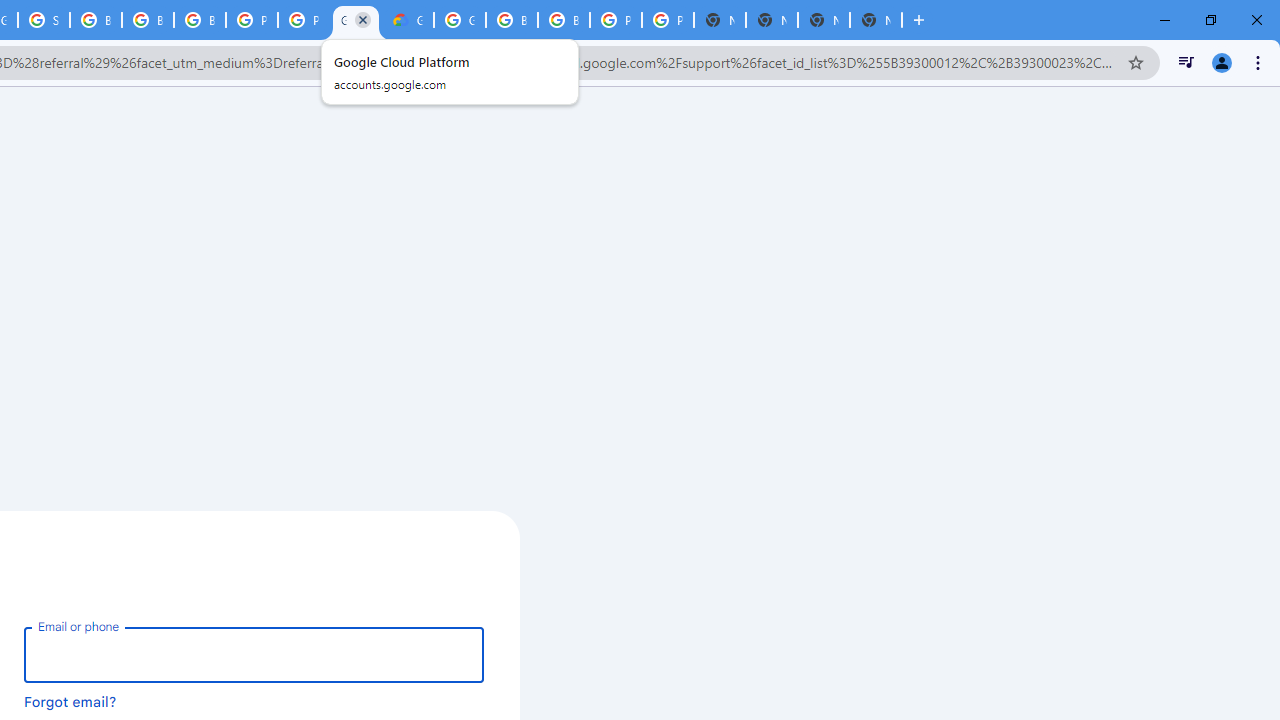  What do you see at coordinates (95, 20) in the screenshot?
I see `'Browse Chrome as a guest - Computer - Google Chrome Help'` at bounding box center [95, 20].